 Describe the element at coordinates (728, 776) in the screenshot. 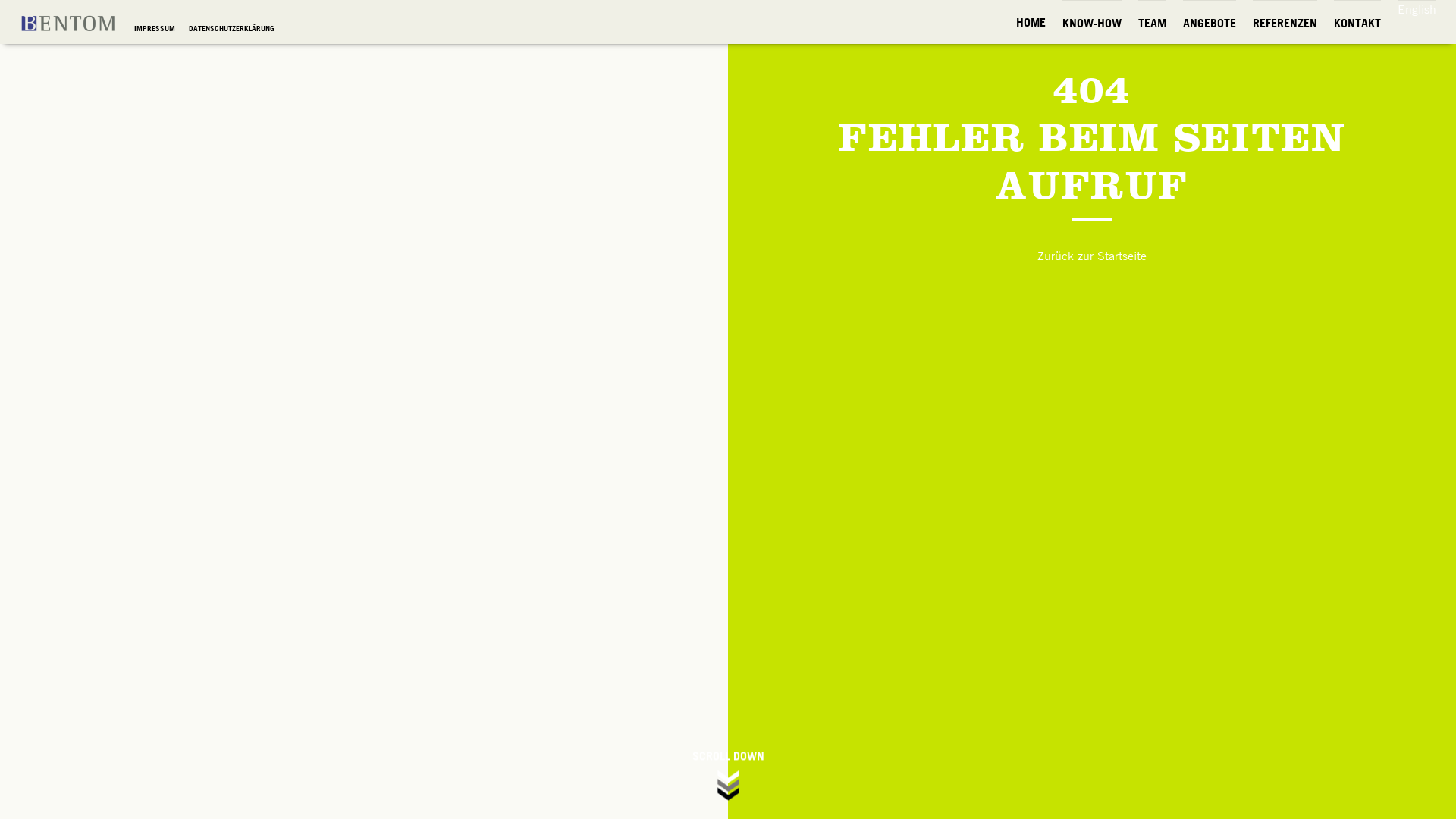

I see `'SCROLL DOWN'` at that location.